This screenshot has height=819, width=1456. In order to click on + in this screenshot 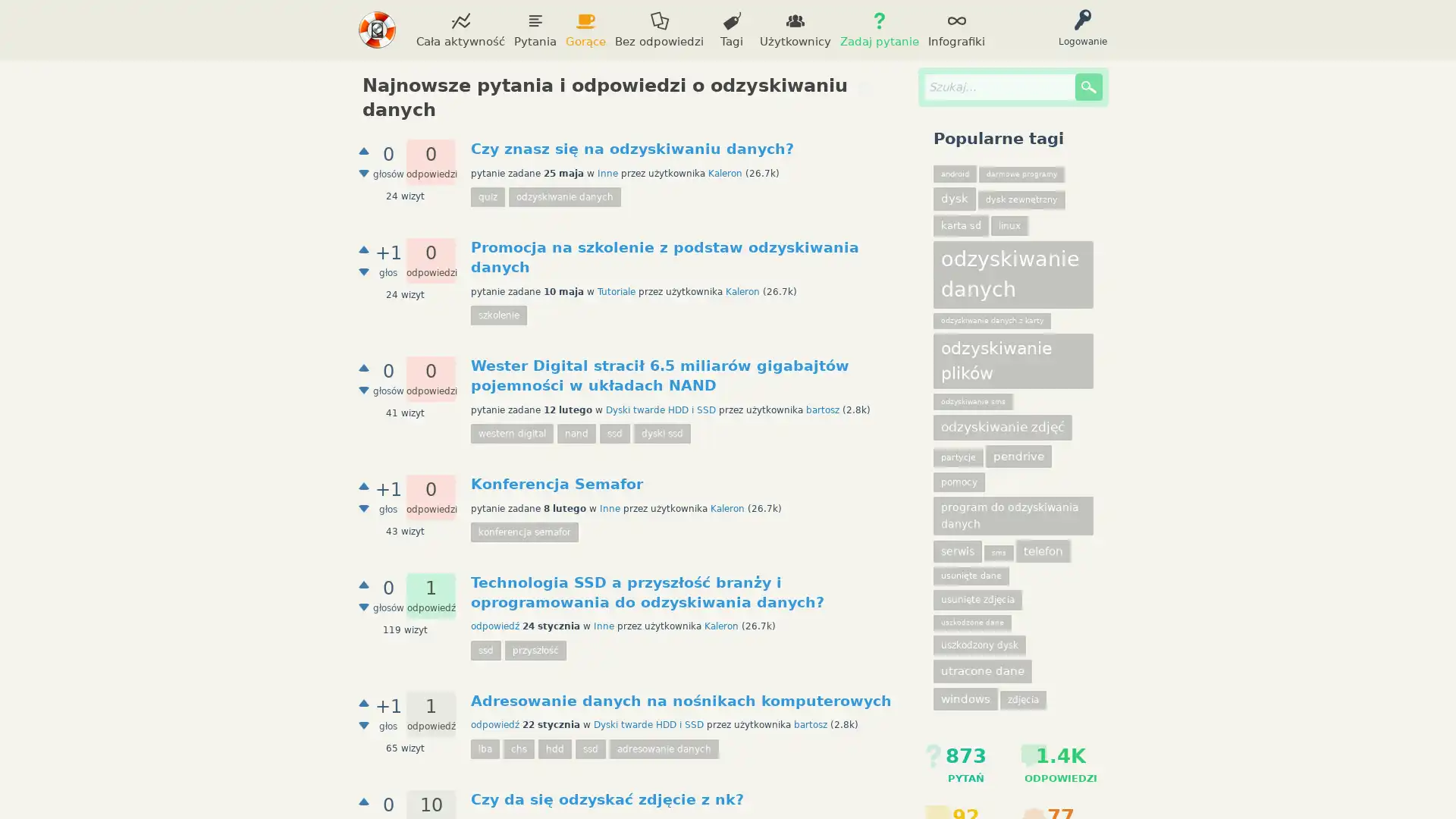, I will do `click(364, 800)`.